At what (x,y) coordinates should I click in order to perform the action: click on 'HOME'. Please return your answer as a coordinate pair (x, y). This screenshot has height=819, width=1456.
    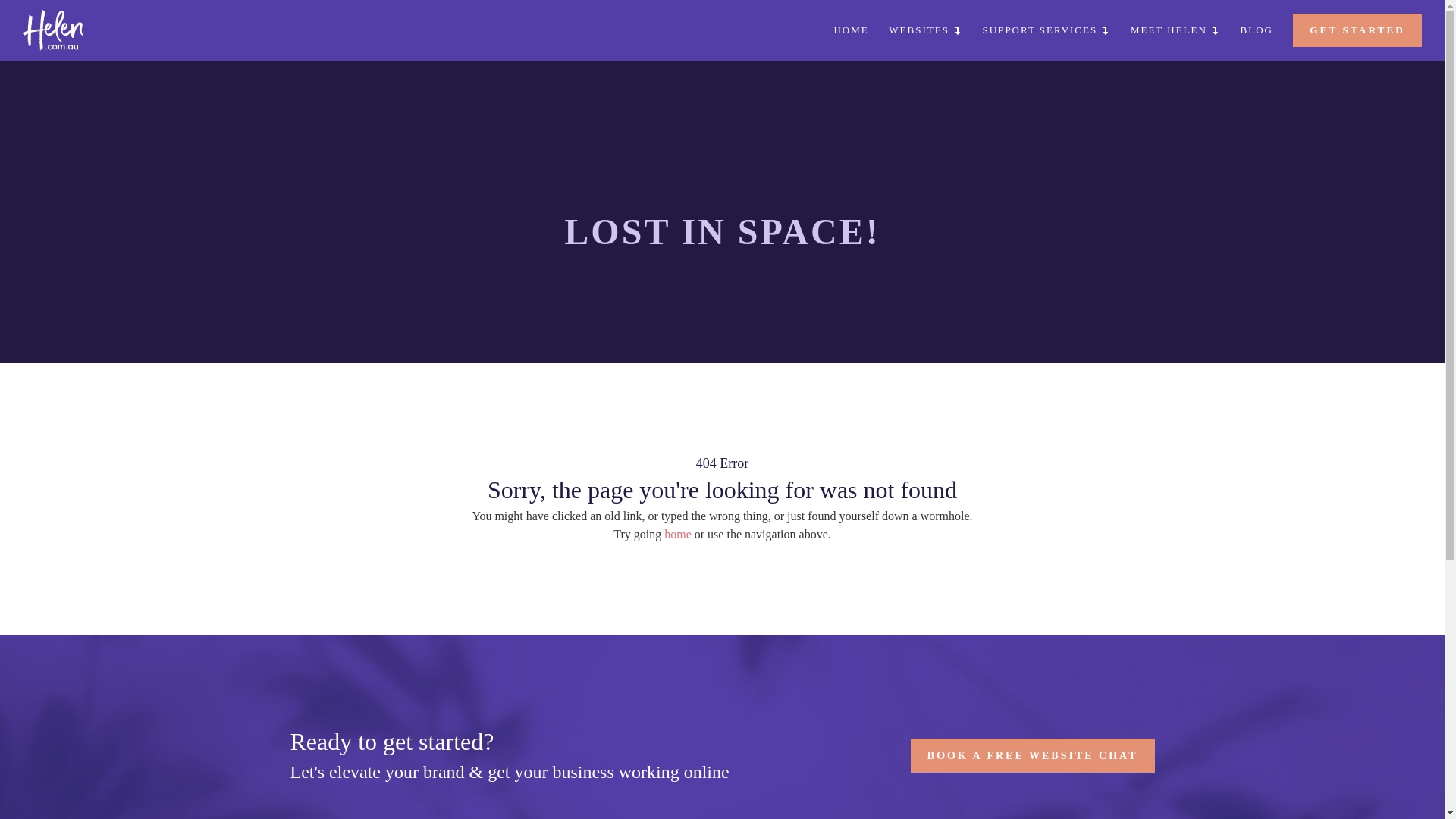
    Looking at the image, I should click on (890, 30).